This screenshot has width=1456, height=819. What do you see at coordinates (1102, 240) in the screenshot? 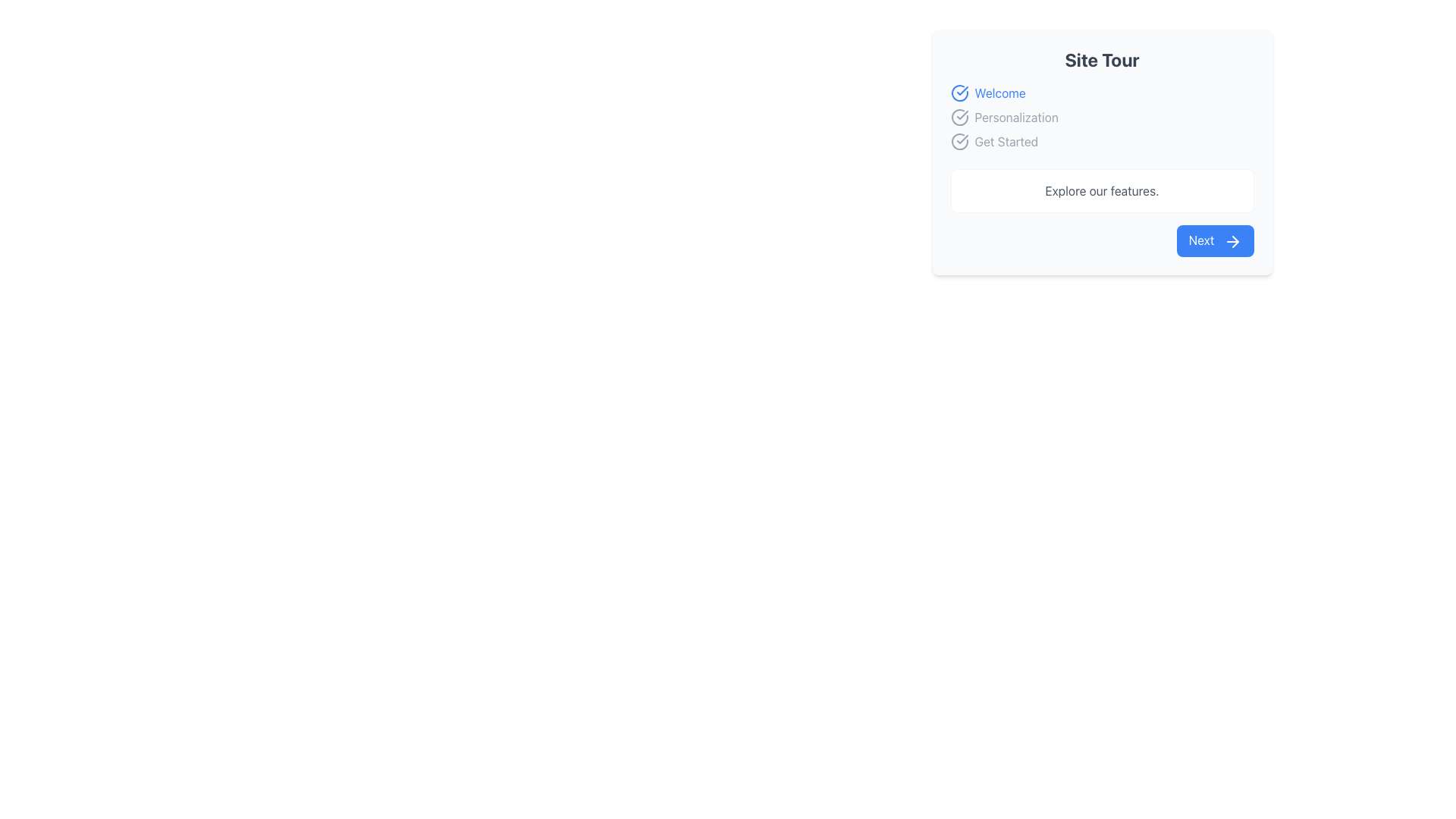
I see `the navigation button located at the bottom-right corner of the 'Site Tour' panel to observe its hover effects` at bounding box center [1102, 240].